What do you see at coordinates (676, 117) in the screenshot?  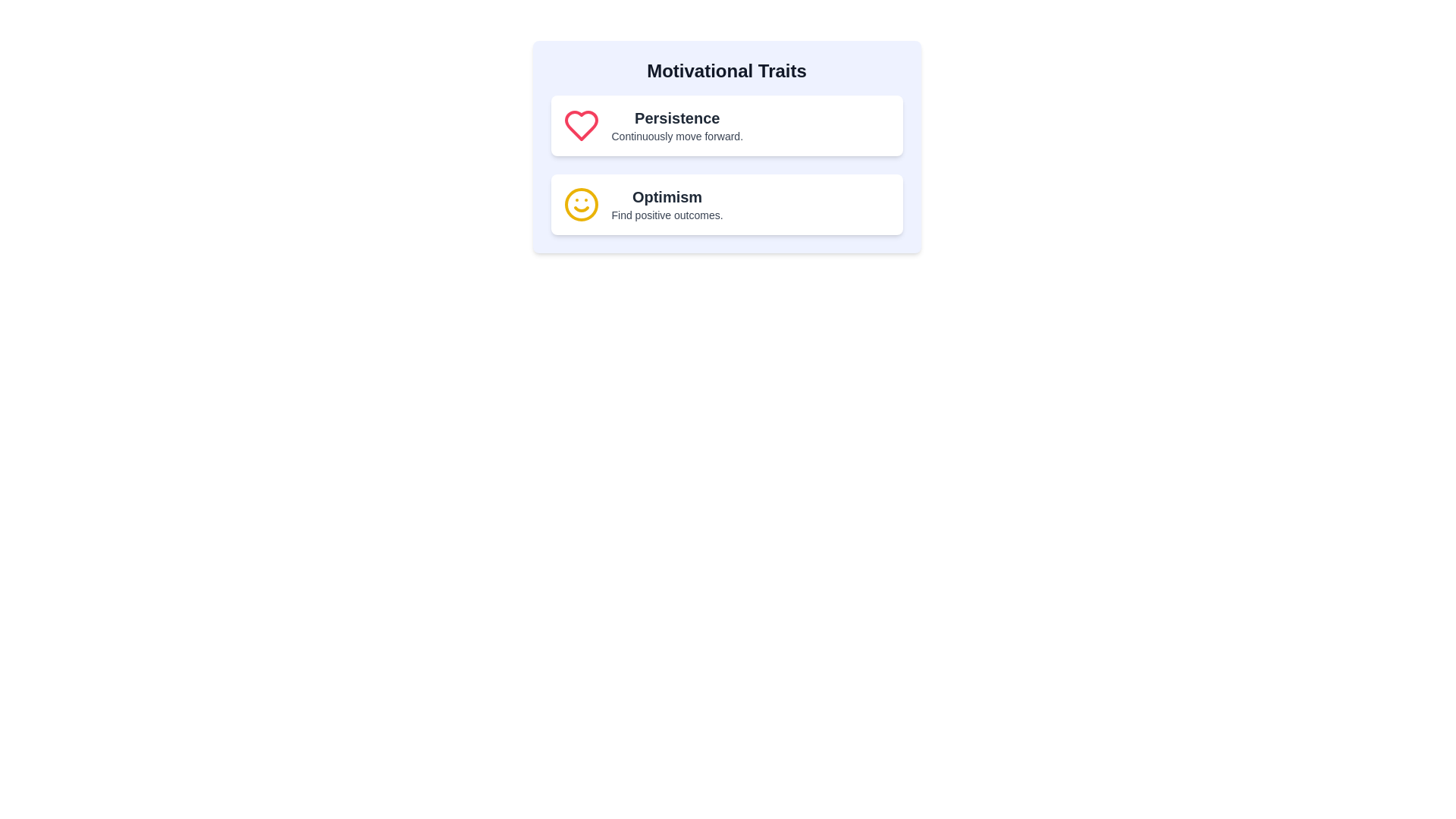 I see `text label that serves as the title or heading for the associated content, located in the top card under 'Motivational Traits'` at bounding box center [676, 117].